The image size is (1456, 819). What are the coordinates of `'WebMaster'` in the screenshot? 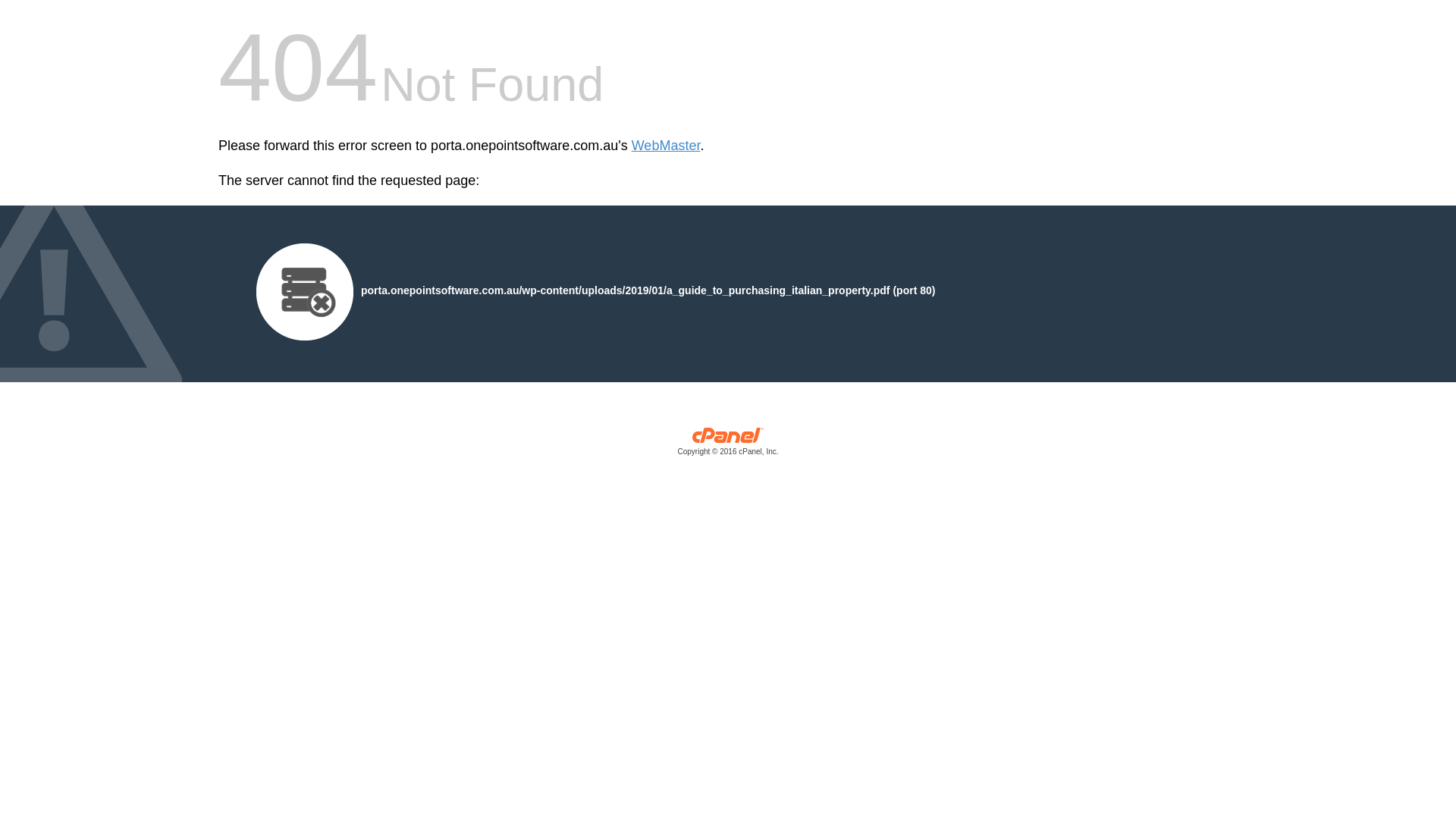 It's located at (666, 146).